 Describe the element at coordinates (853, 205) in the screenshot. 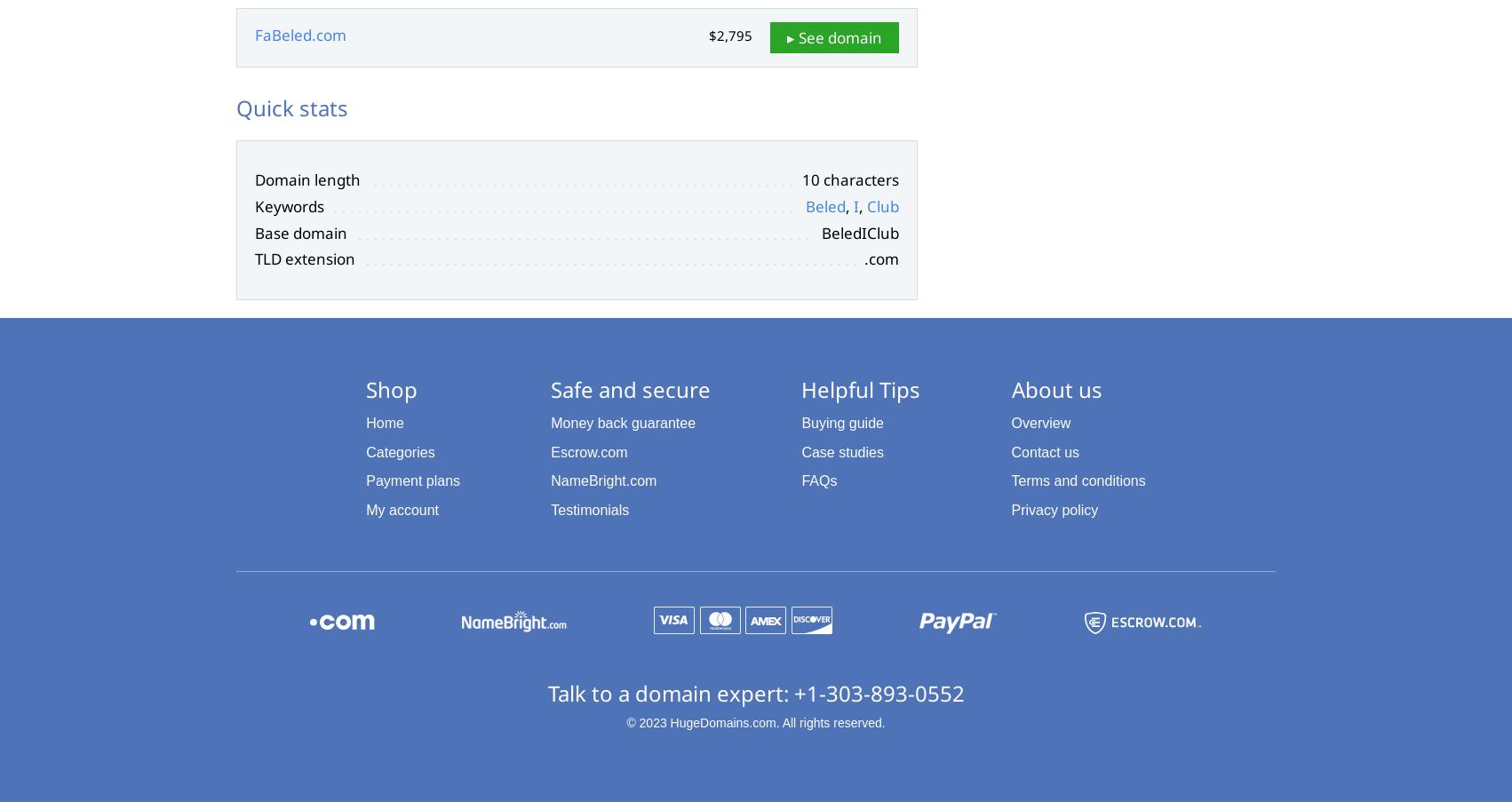

I see `'I'` at that location.